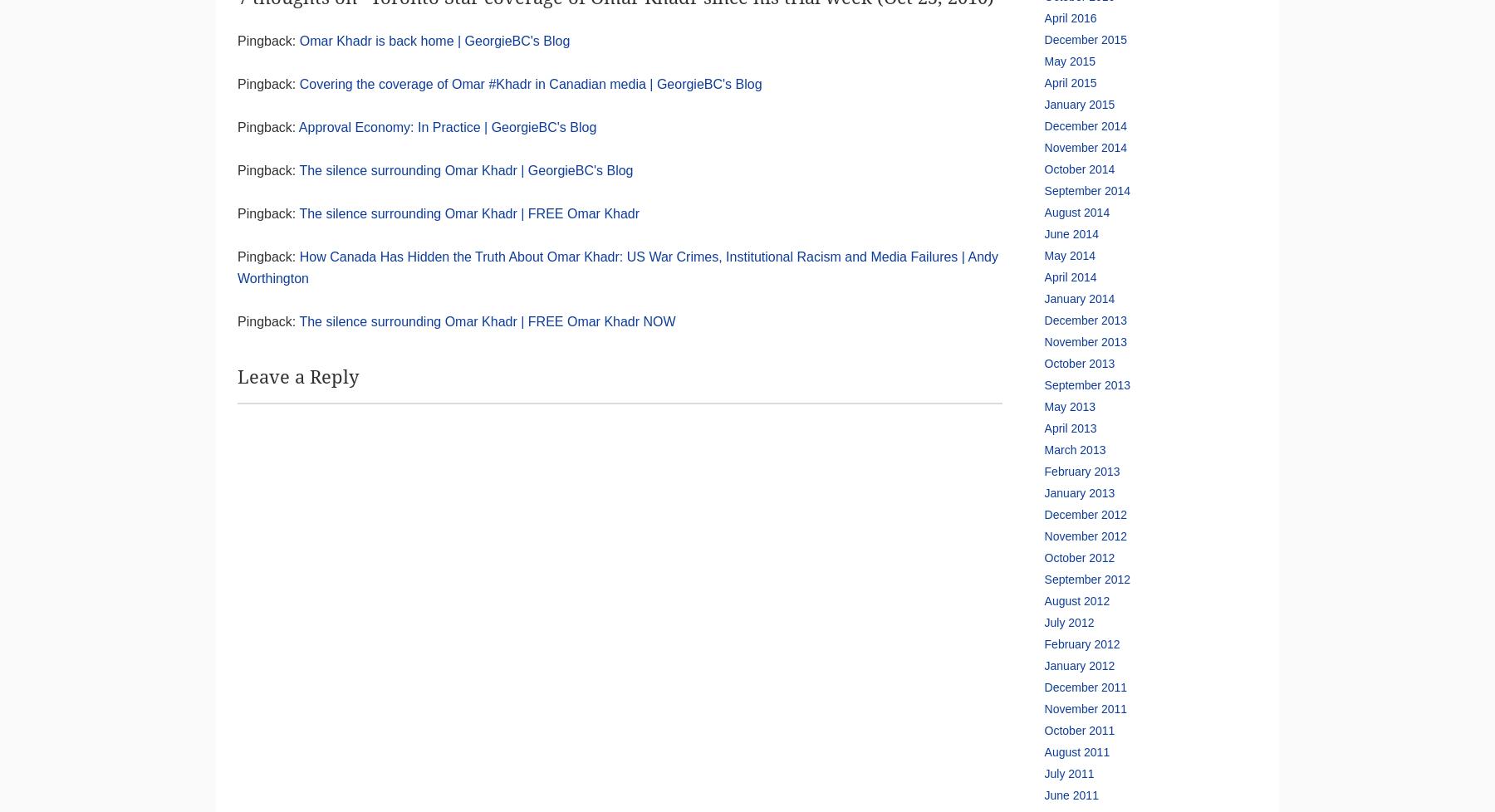 This screenshot has height=812, width=1495. What do you see at coordinates (1079, 363) in the screenshot?
I see `'October 2013'` at bounding box center [1079, 363].